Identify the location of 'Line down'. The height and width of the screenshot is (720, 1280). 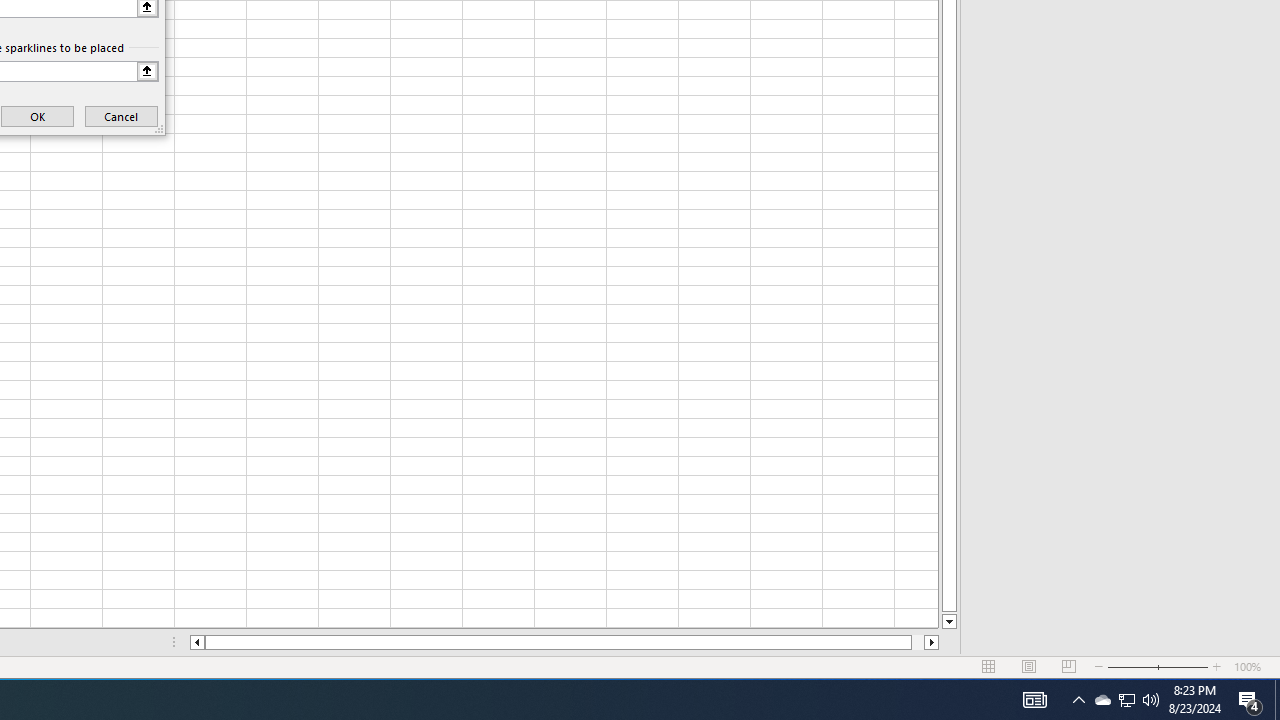
(948, 621).